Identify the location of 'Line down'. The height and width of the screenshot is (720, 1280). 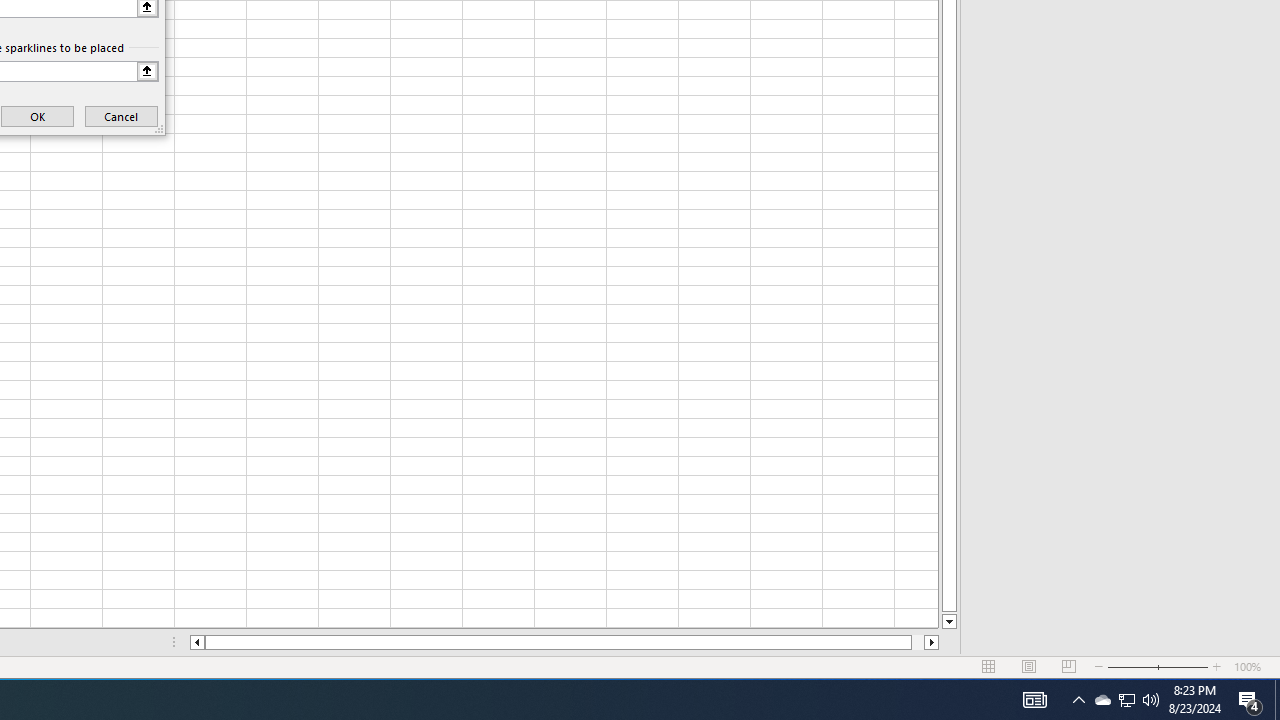
(948, 621).